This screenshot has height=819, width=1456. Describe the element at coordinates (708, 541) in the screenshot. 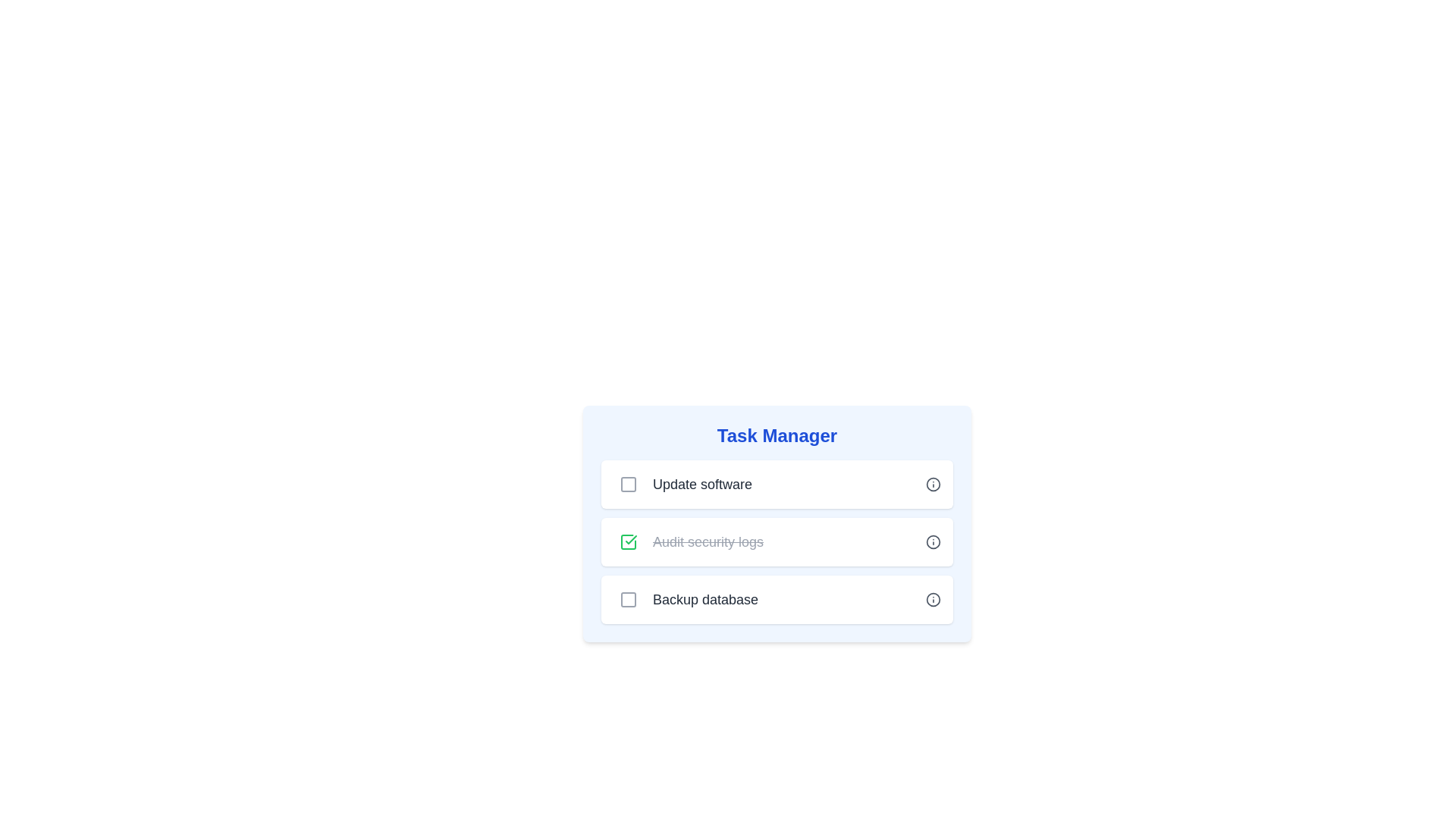

I see `text from the 'Audit security logs' label, which is marked as completed with a strikethrough style in the task manager interface` at that location.